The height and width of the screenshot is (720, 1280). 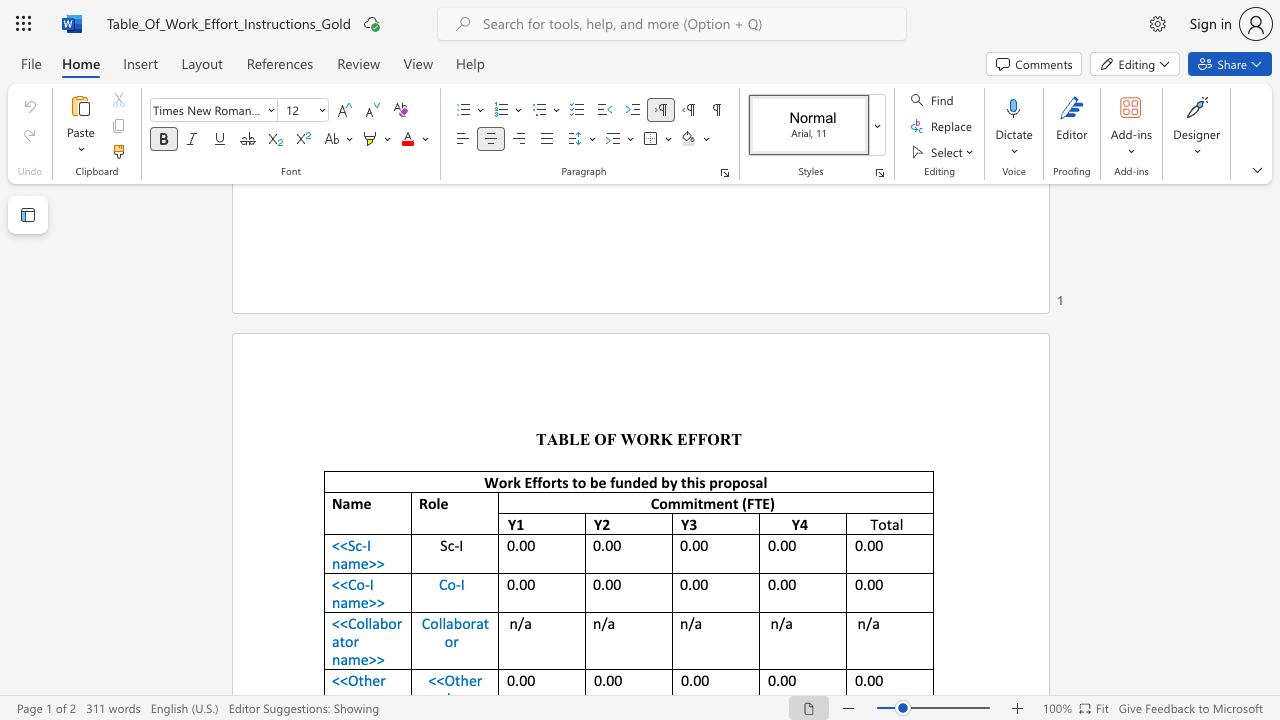 What do you see at coordinates (532, 482) in the screenshot?
I see `the subset text "fforts" within the text "Work Efforts to be funded by this proposal"` at bounding box center [532, 482].